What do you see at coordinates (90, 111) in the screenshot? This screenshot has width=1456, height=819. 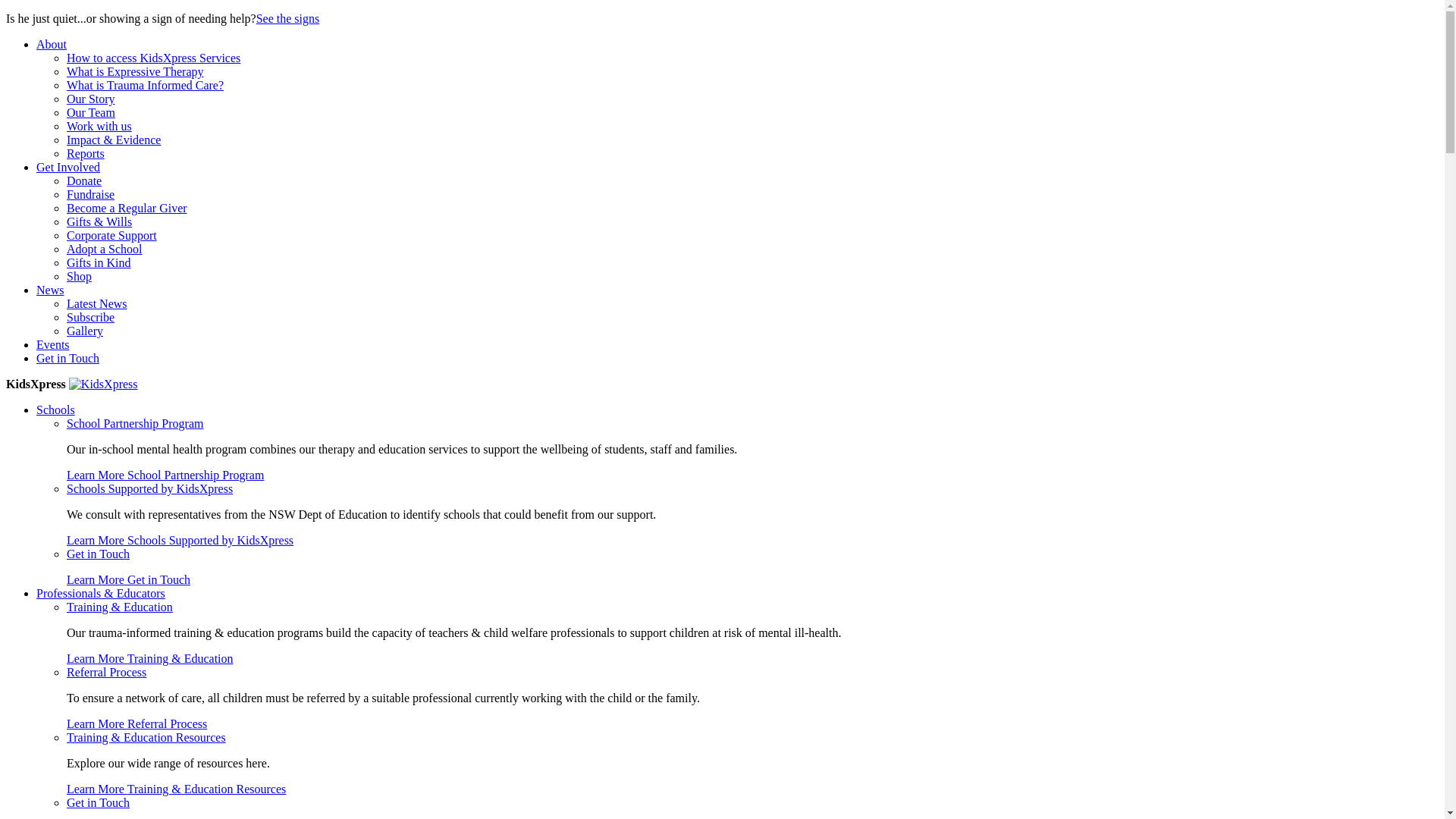 I see `'Our Team'` at bounding box center [90, 111].